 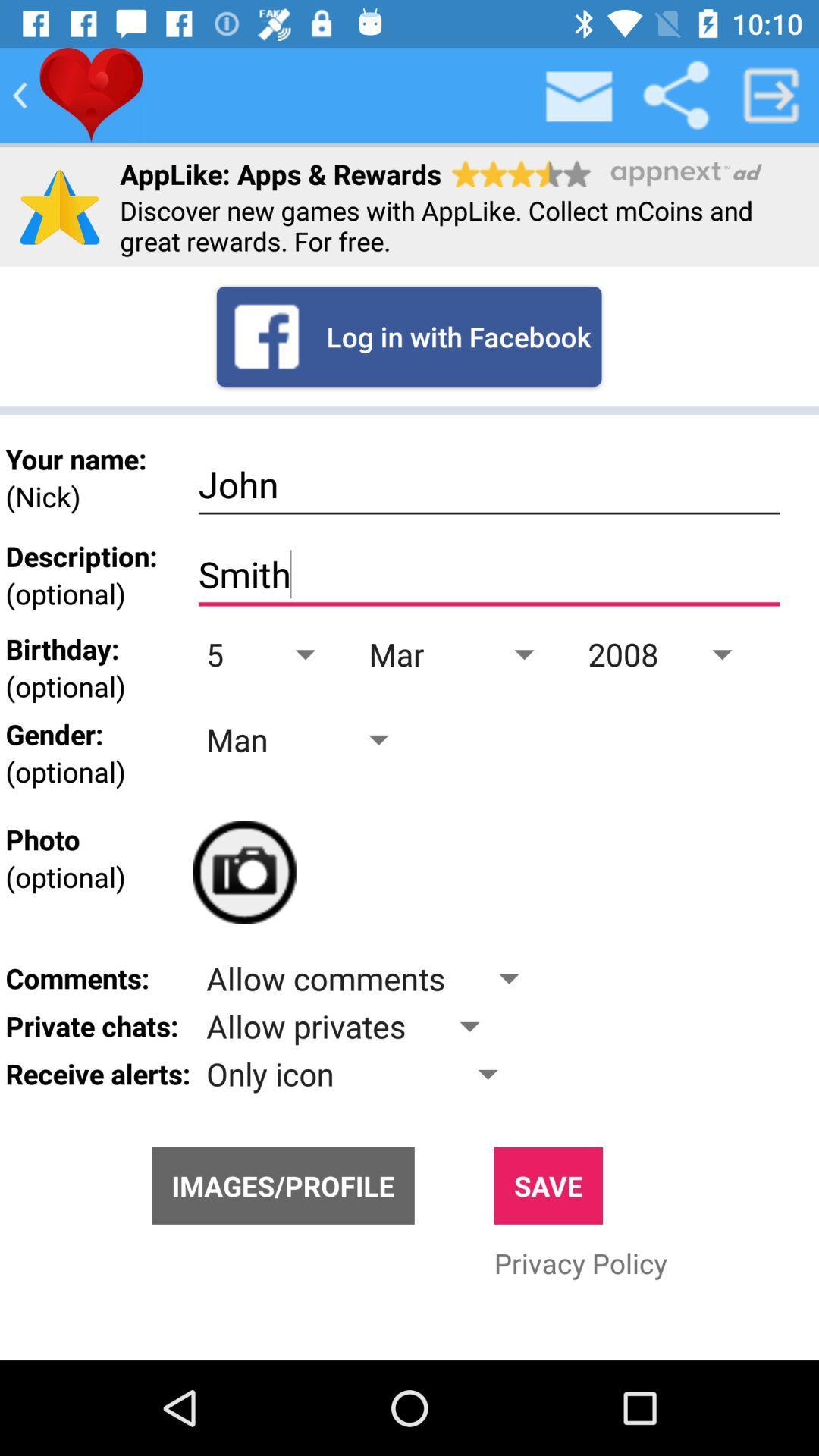 What do you see at coordinates (243, 872) in the screenshot?
I see `the photo icon` at bounding box center [243, 872].